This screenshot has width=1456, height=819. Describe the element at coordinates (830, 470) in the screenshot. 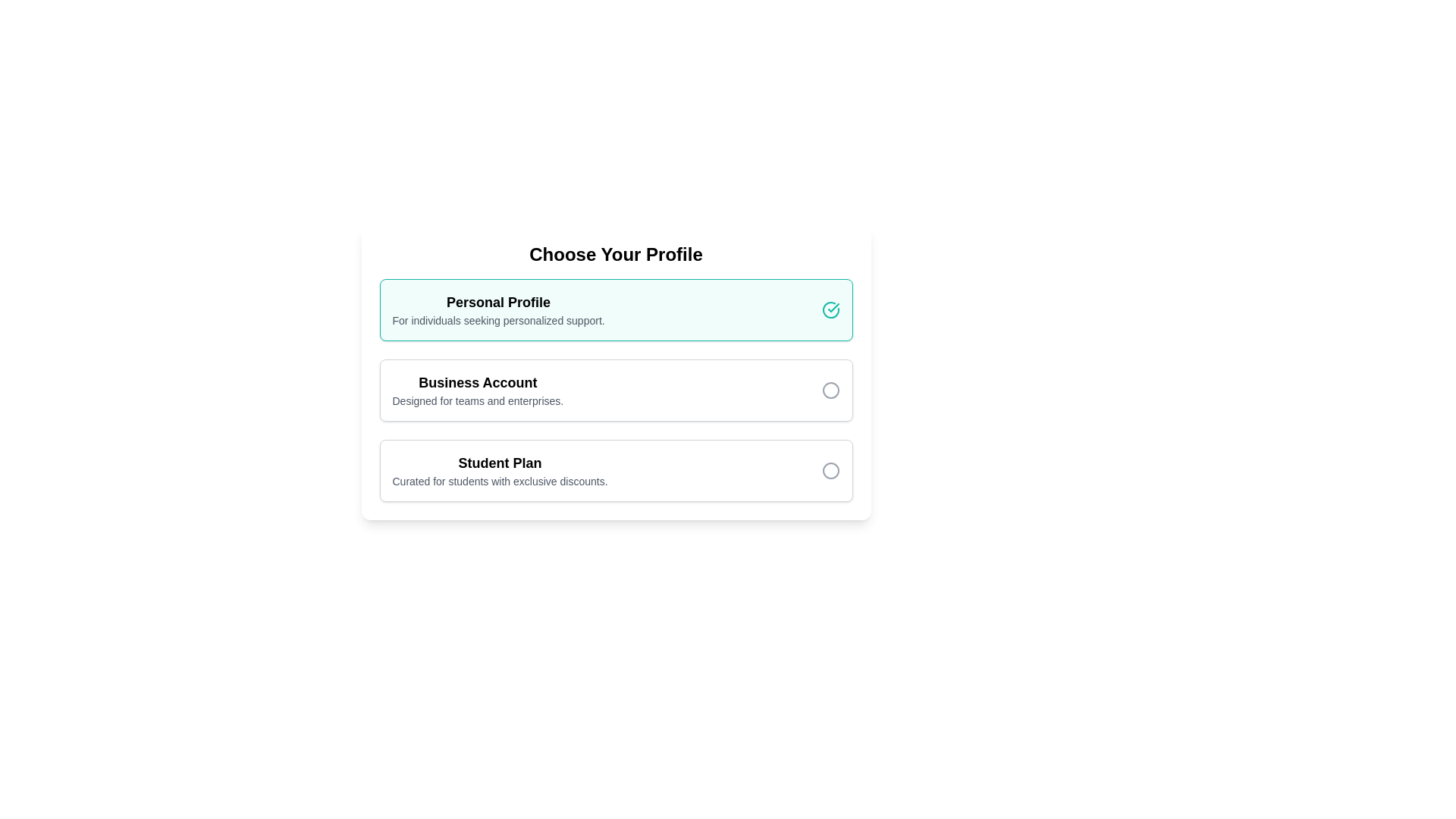

I see `the inactive circular icon at the far right end of the 'Student Plan' option in the card layout to highlight it` at that location.